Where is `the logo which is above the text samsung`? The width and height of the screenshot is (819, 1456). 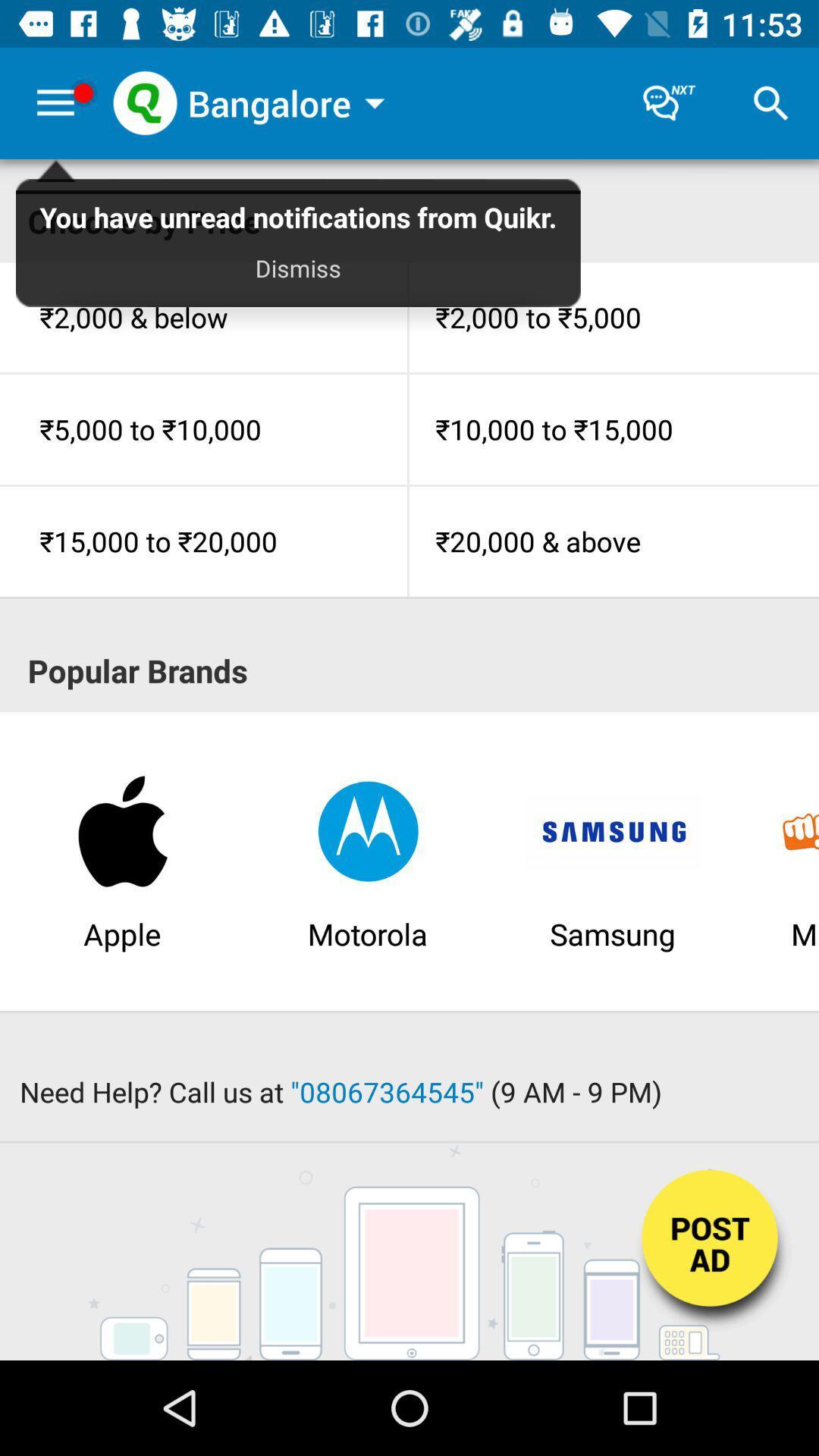
the logo which is above the text samsung is located at coordinates (612, 830).